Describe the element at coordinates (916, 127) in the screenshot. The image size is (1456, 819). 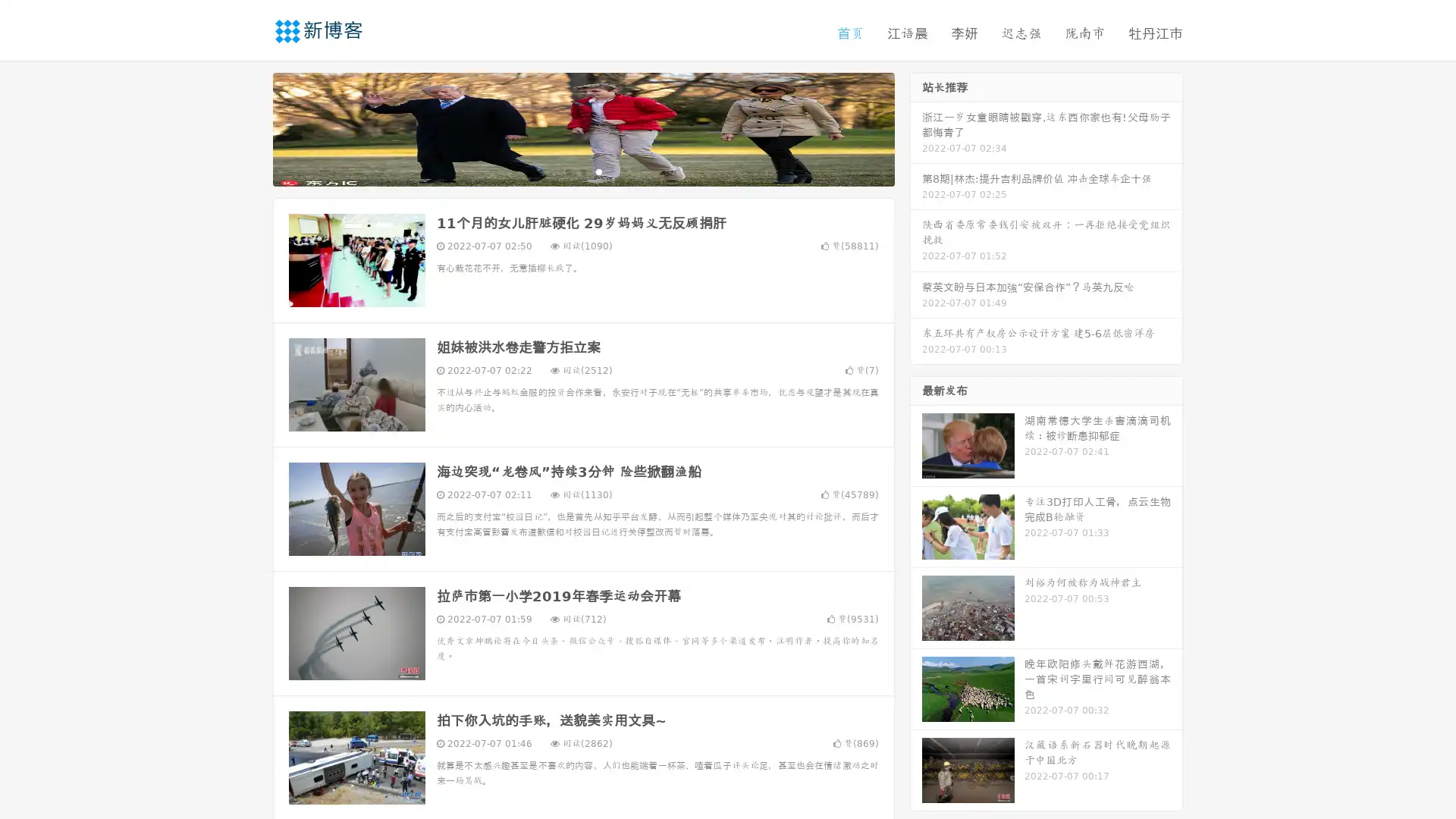
I see `Next slide` at that location.